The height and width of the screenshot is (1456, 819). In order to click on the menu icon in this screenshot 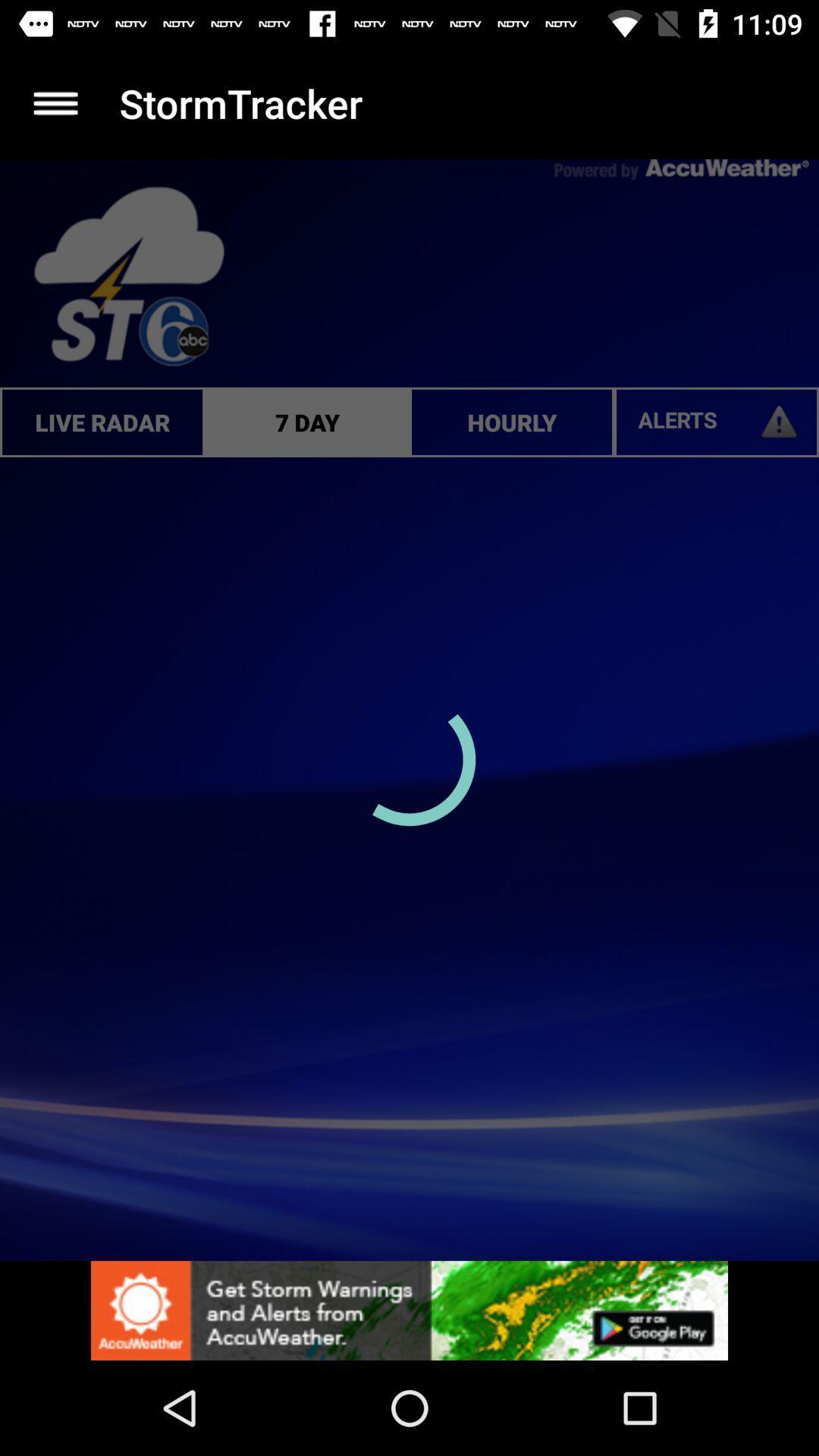, I will do `click(55, 102)`.